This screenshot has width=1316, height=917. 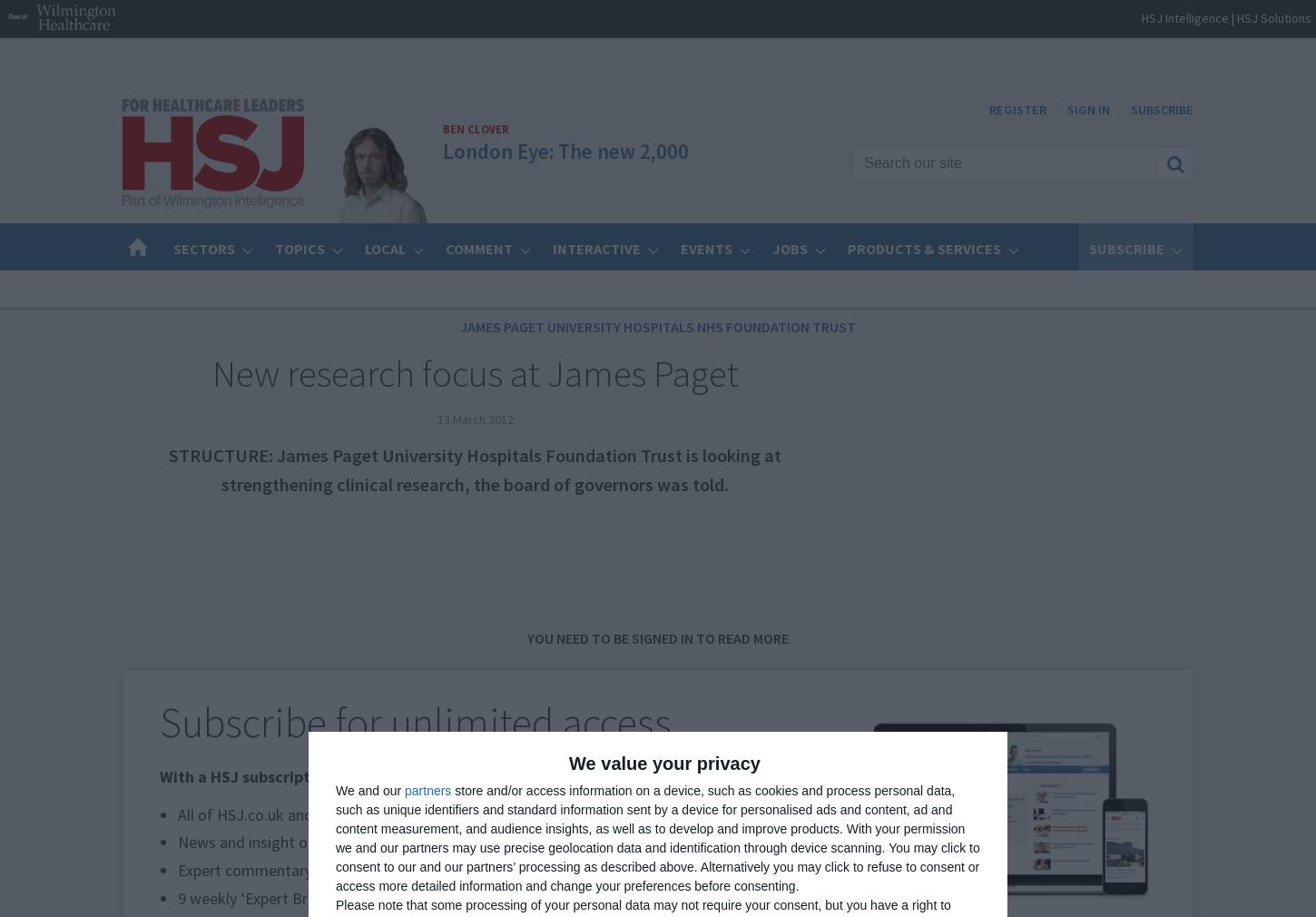 I want to click on 'New research focus at James Paget', so click(x=475, y=373).